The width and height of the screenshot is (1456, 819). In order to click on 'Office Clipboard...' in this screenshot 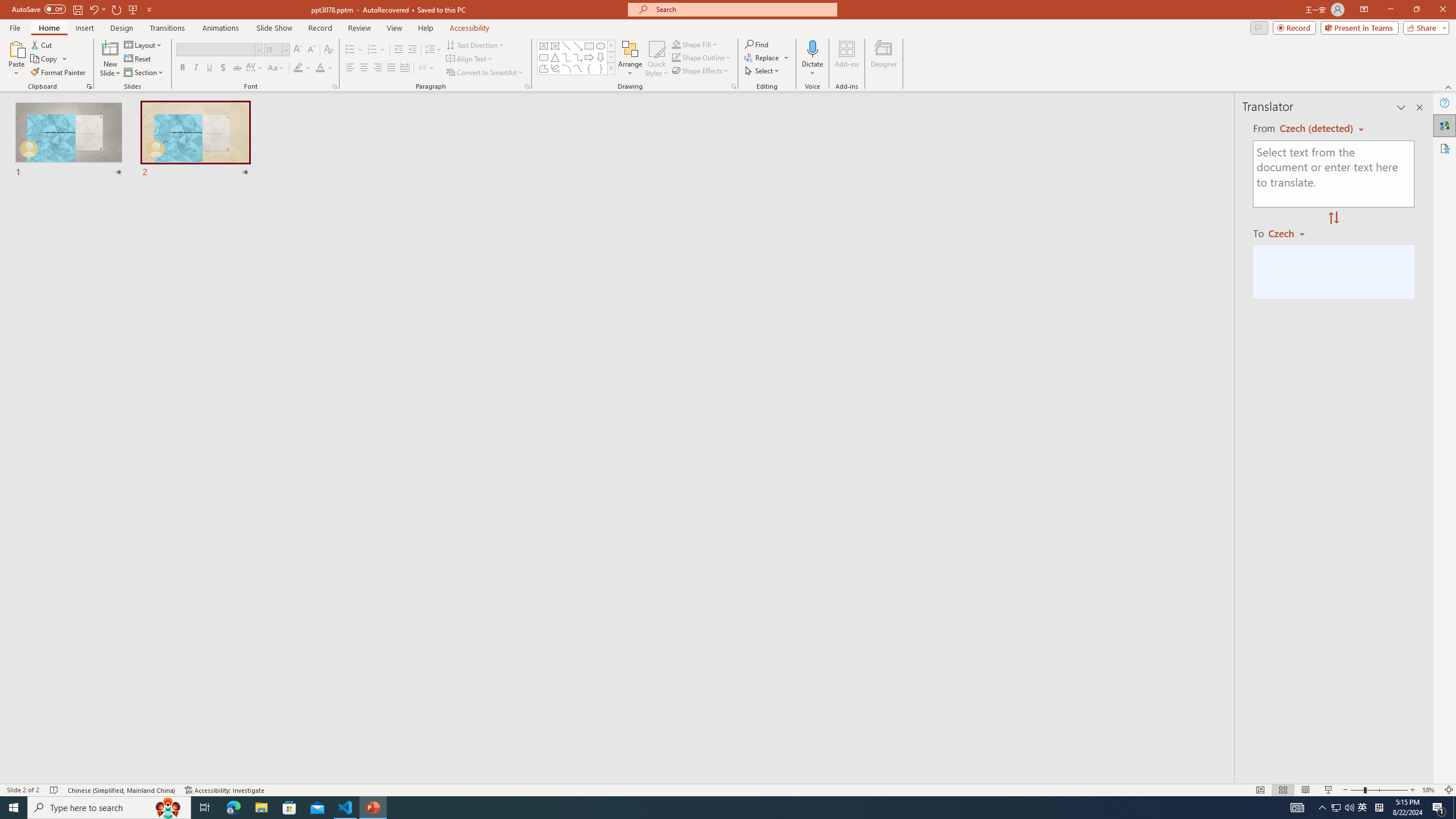, I will do `click(88, 85)`.